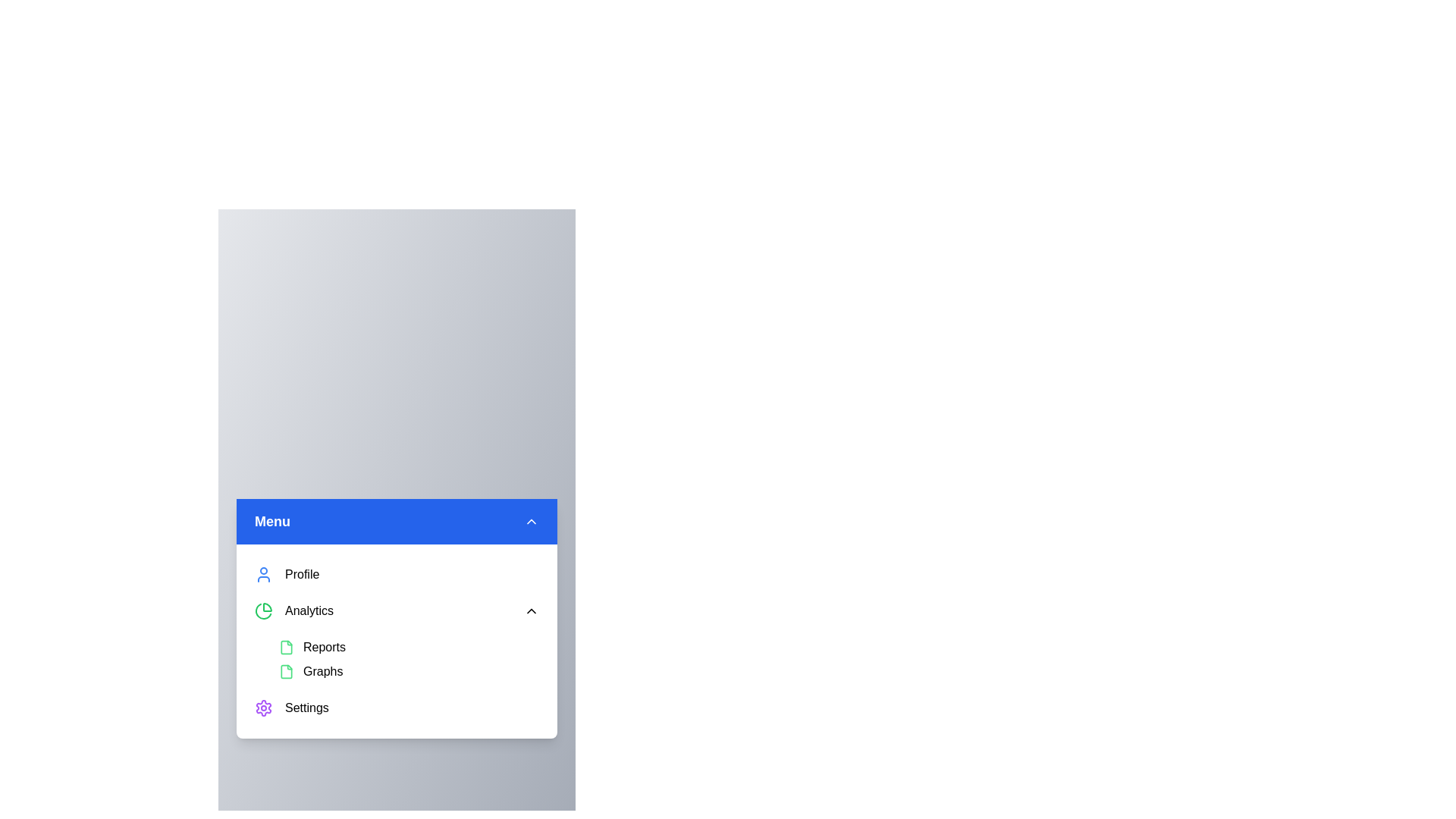  I want to click on the settings label located at the bottom of the menu dropdown, aligned horizontally to the right of the purple settings icon, so click(306, 708).